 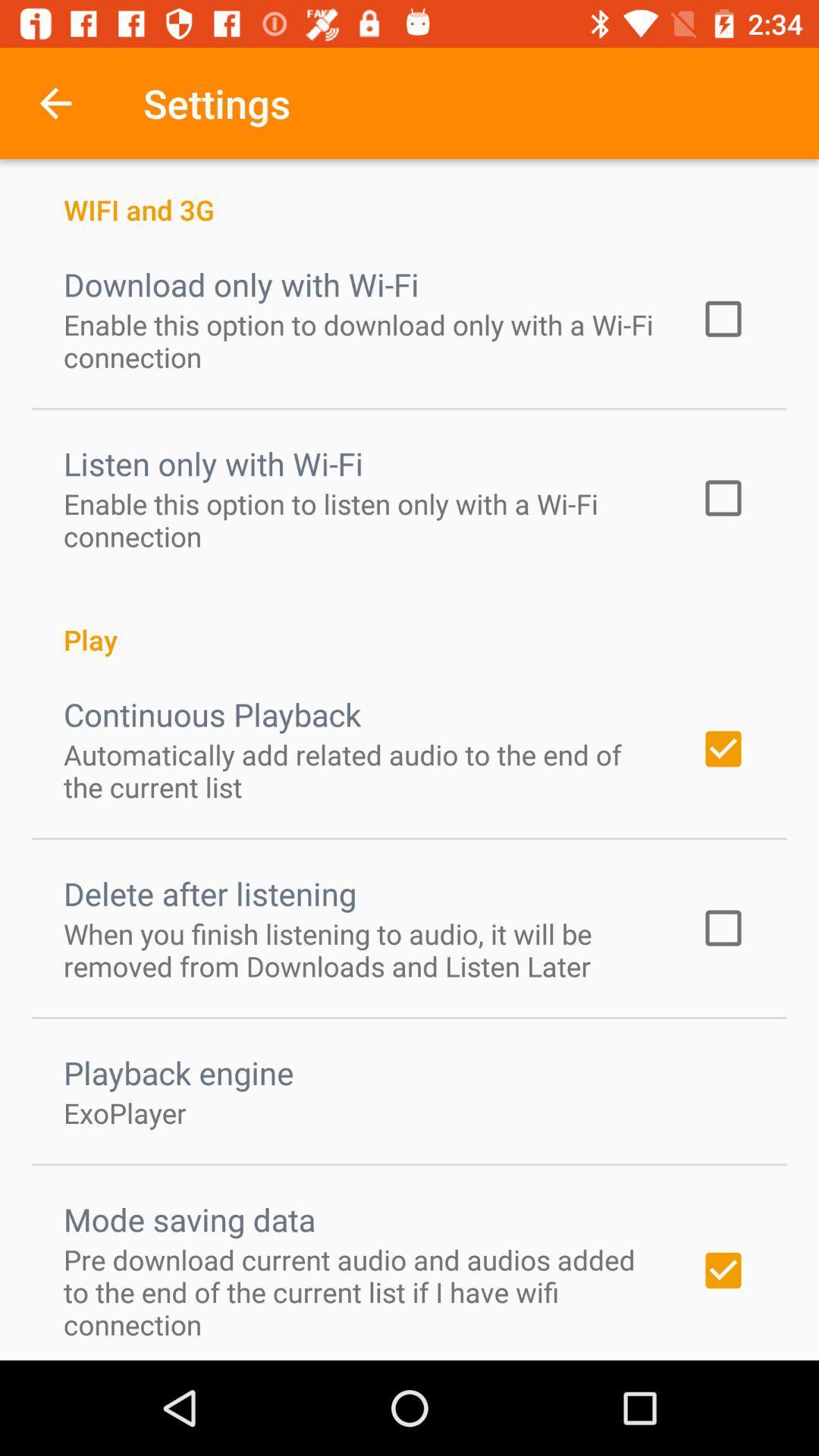 I want to click on delete after listening item, so click(x=210, y=893).